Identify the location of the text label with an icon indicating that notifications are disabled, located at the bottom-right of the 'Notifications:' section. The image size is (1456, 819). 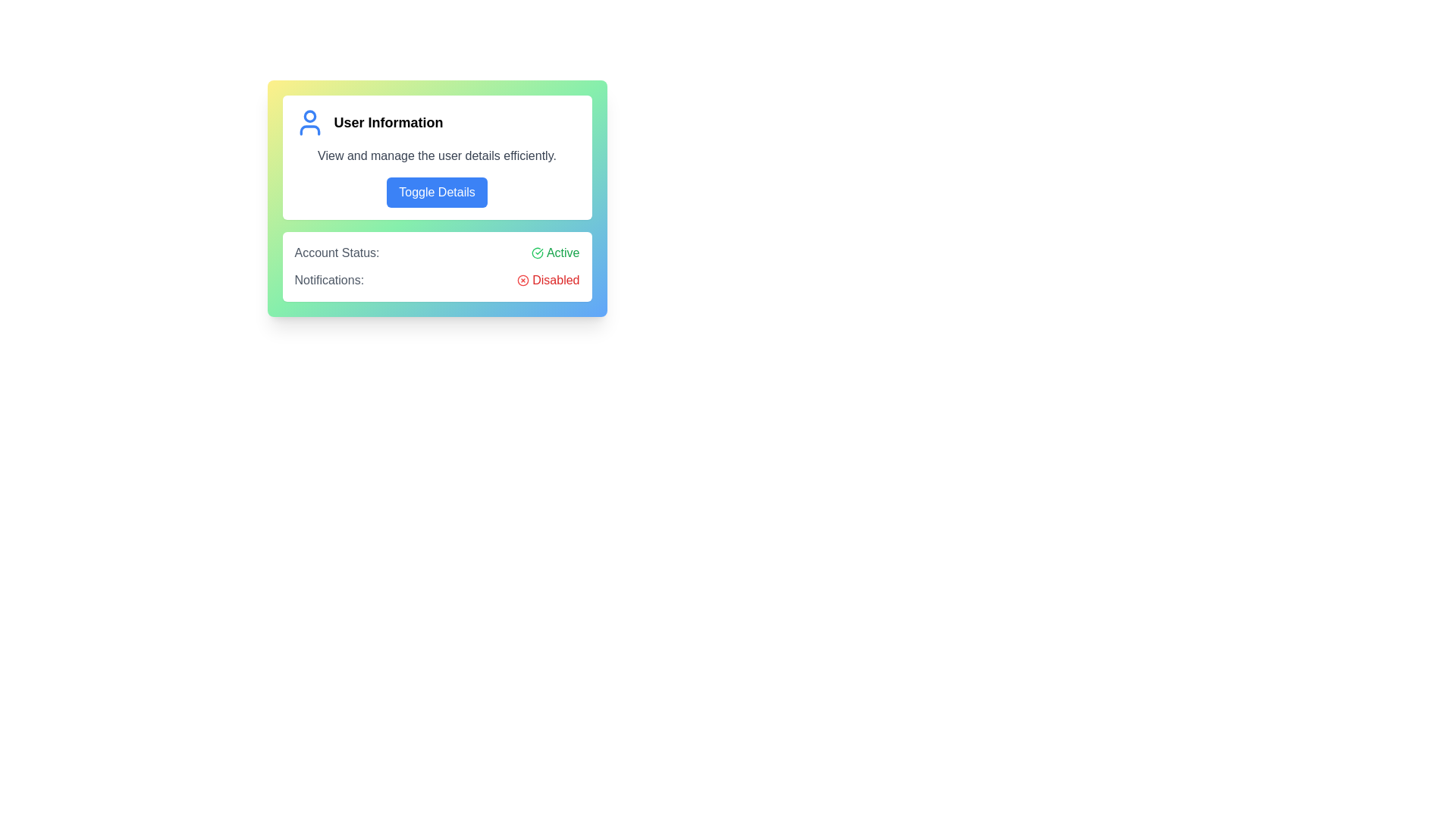
(548, 281).